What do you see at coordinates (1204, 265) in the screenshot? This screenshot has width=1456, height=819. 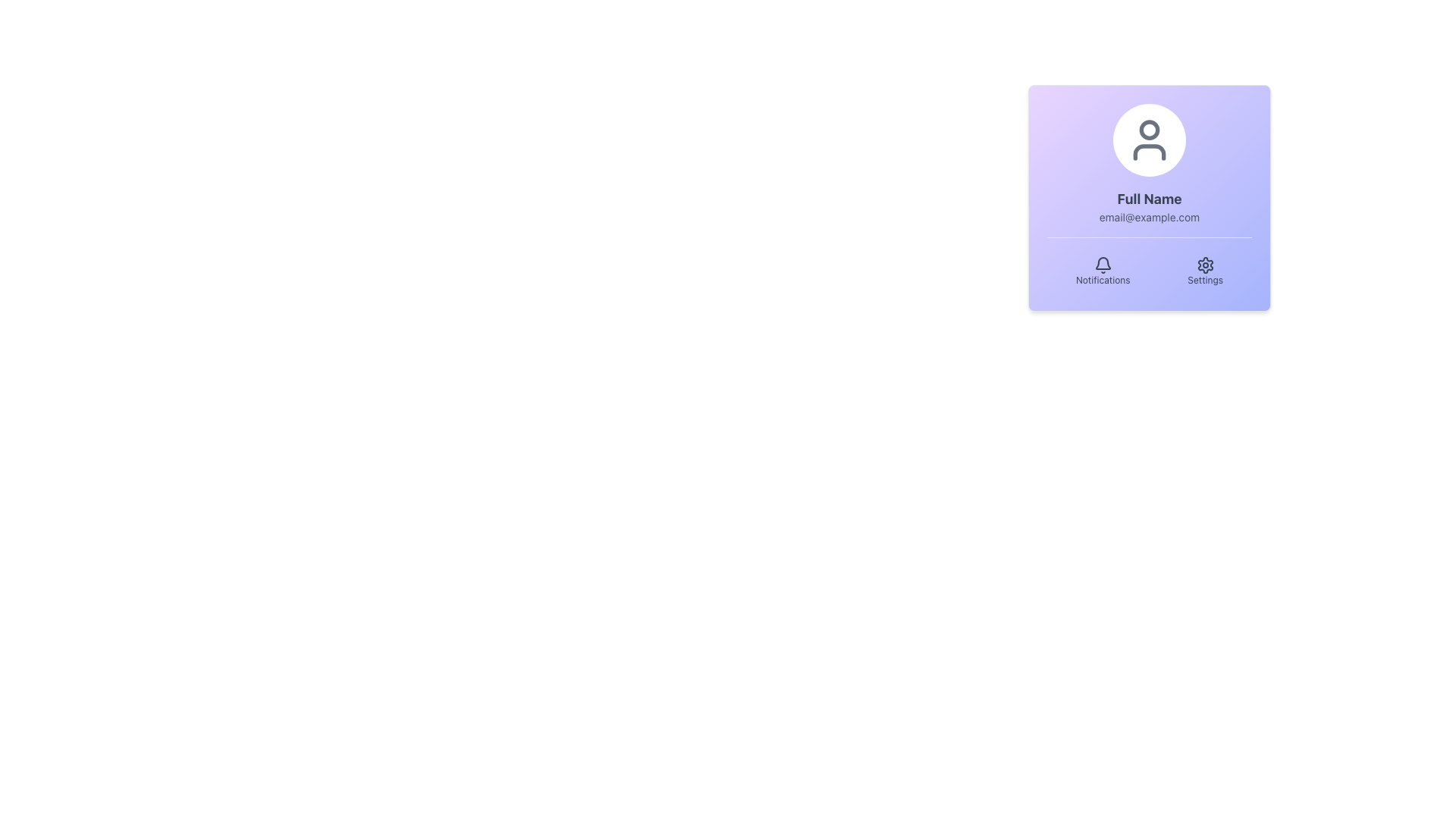 I see `the gear icon located at the bottom-right corner of the card component` at bounding box center [1204, 265].